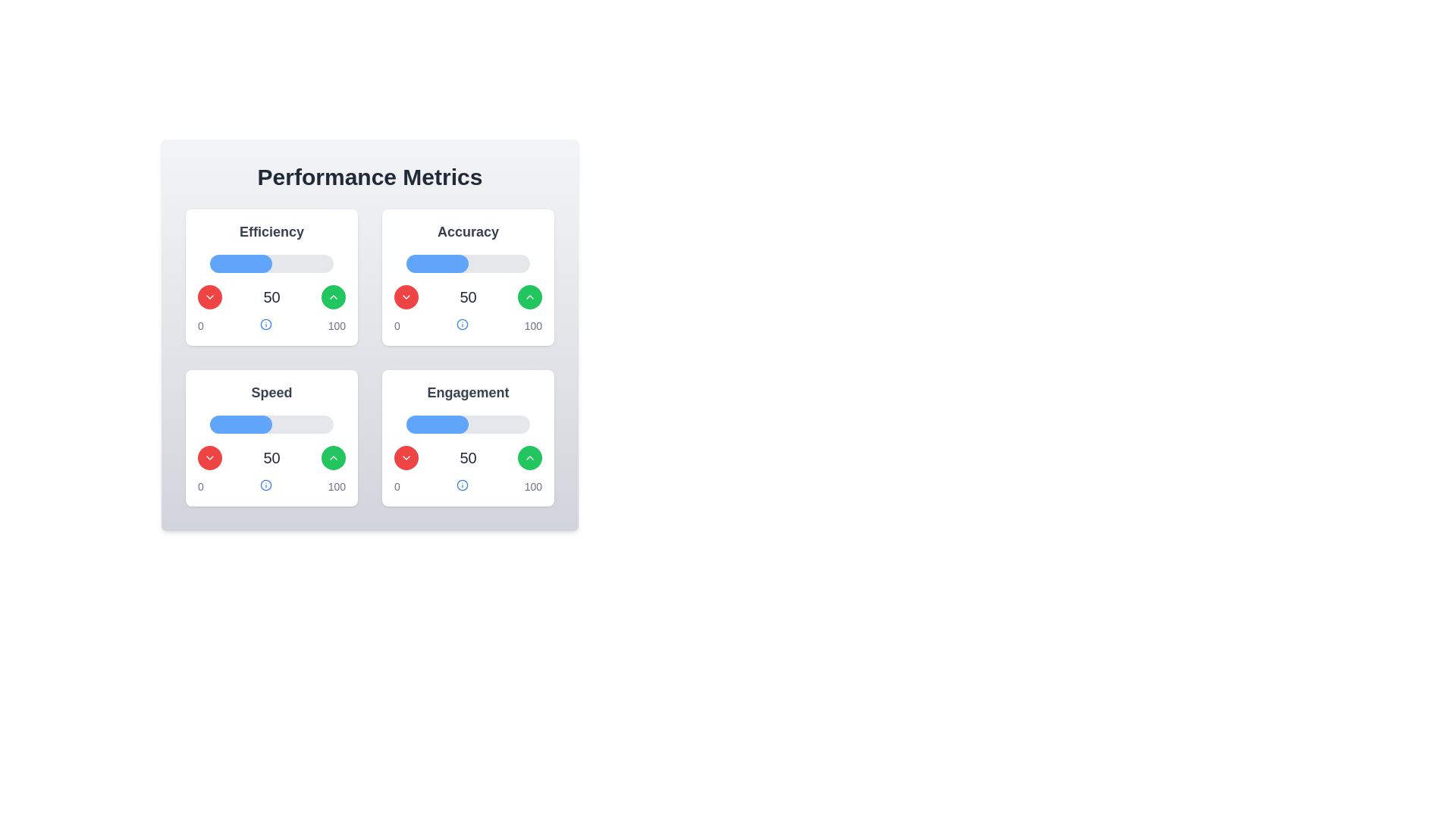  Describe the element at coordinates (265, 485) in the screenshot. I see `the informational icon located in the bottom-left card under 'Speed'` at that location.